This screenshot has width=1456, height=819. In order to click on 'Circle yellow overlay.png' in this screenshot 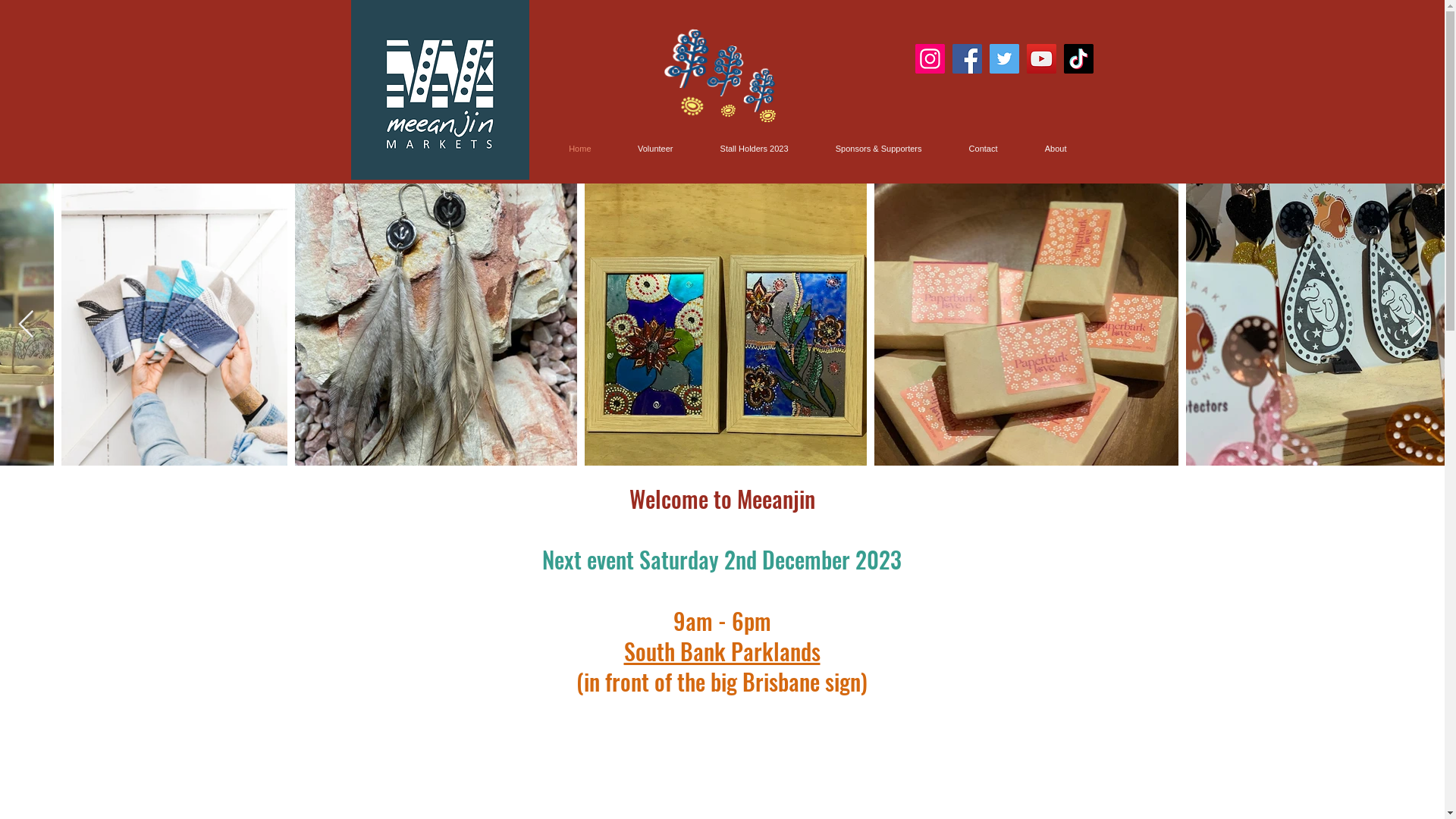, I will do `click(687, 102)`.